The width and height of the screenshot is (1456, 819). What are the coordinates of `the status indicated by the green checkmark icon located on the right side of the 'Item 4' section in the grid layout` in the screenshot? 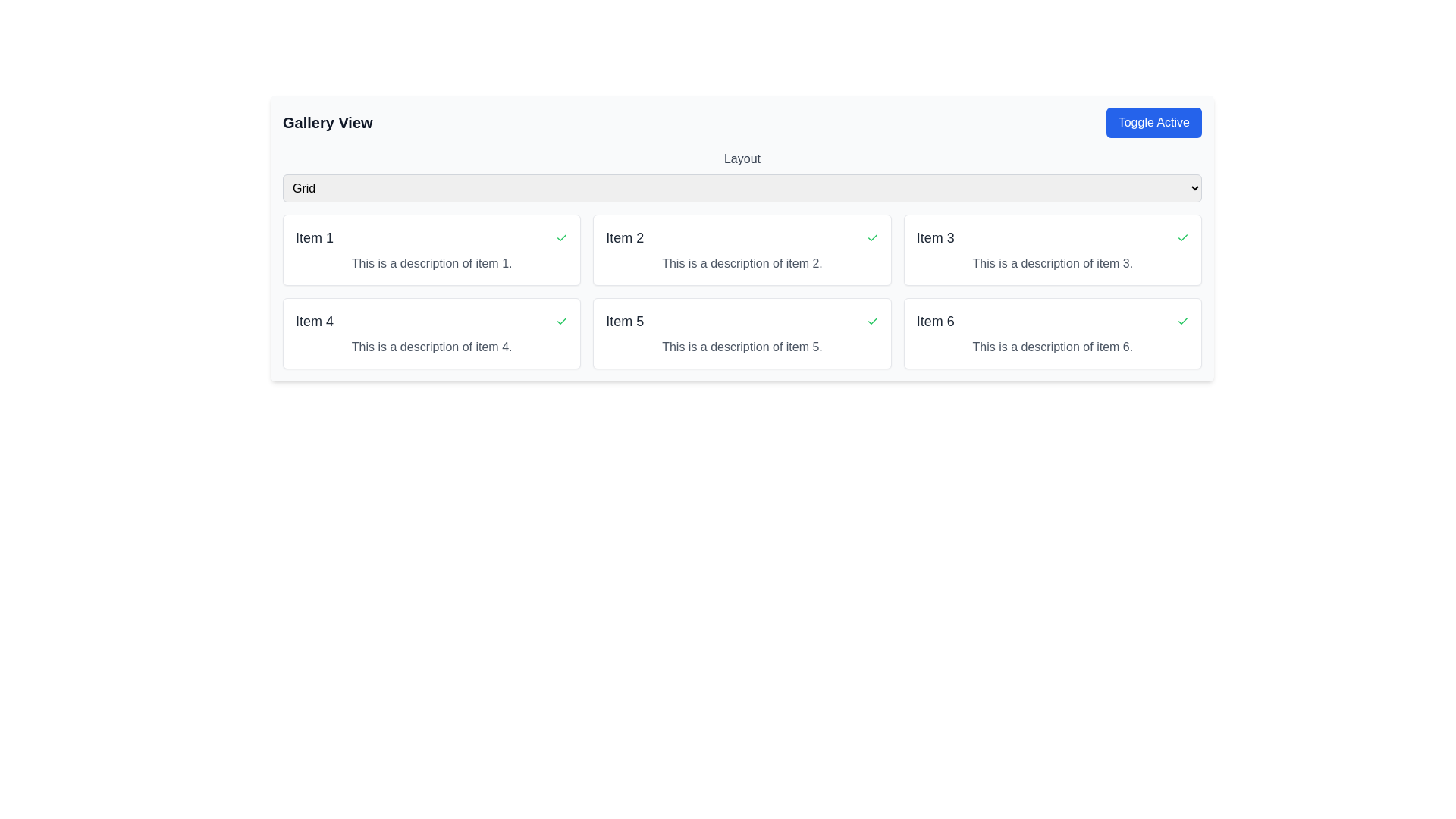 It's located at (561, 321).